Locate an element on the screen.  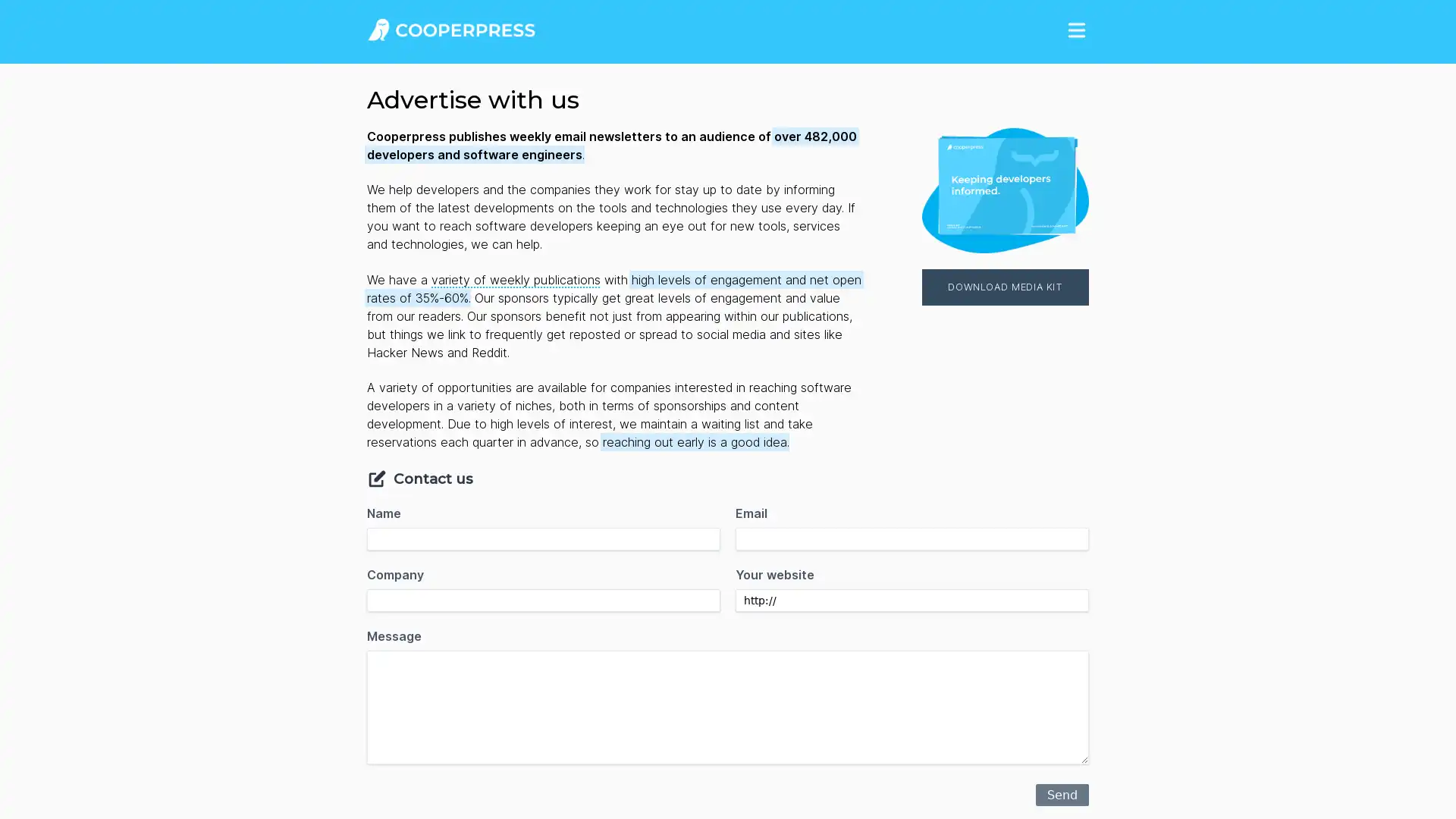
Send is located at coordinates (1062, 793).